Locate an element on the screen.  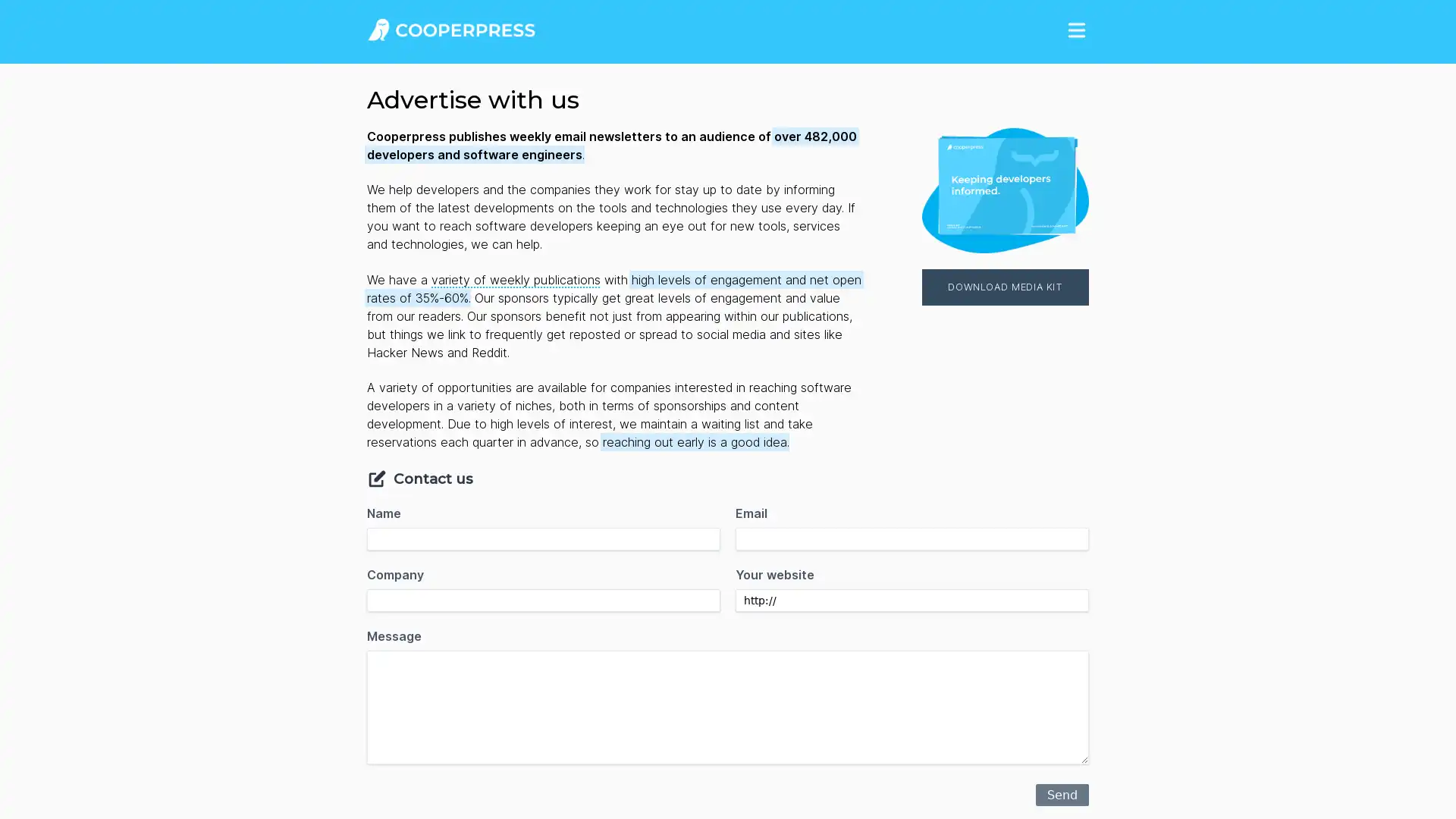
Send is located at coordinates (1062, 793).